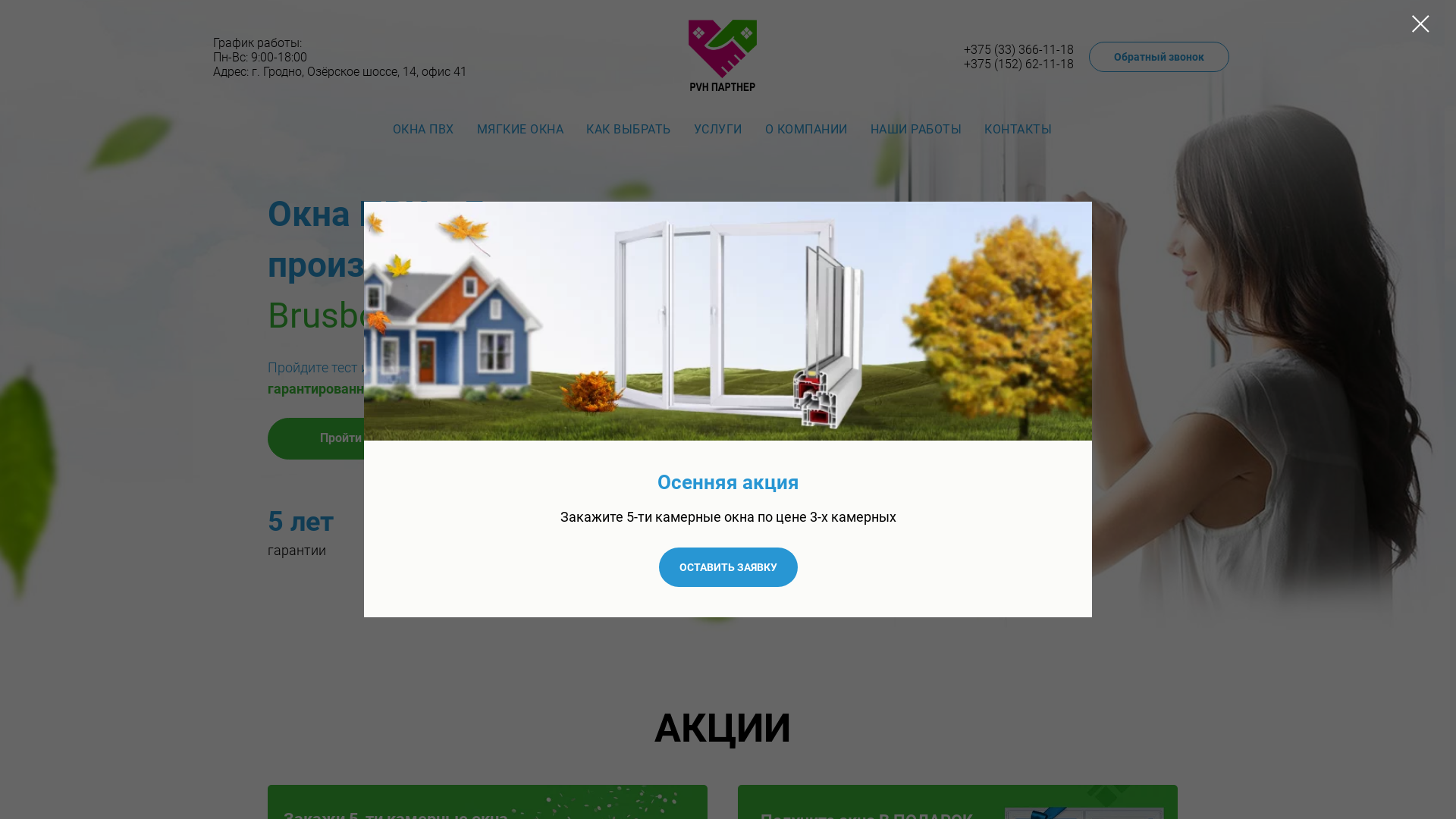 The height and width of the screenshot is (819, 1456). I want to click on '+375 (152) 62-11-18', so click(1018, 63).